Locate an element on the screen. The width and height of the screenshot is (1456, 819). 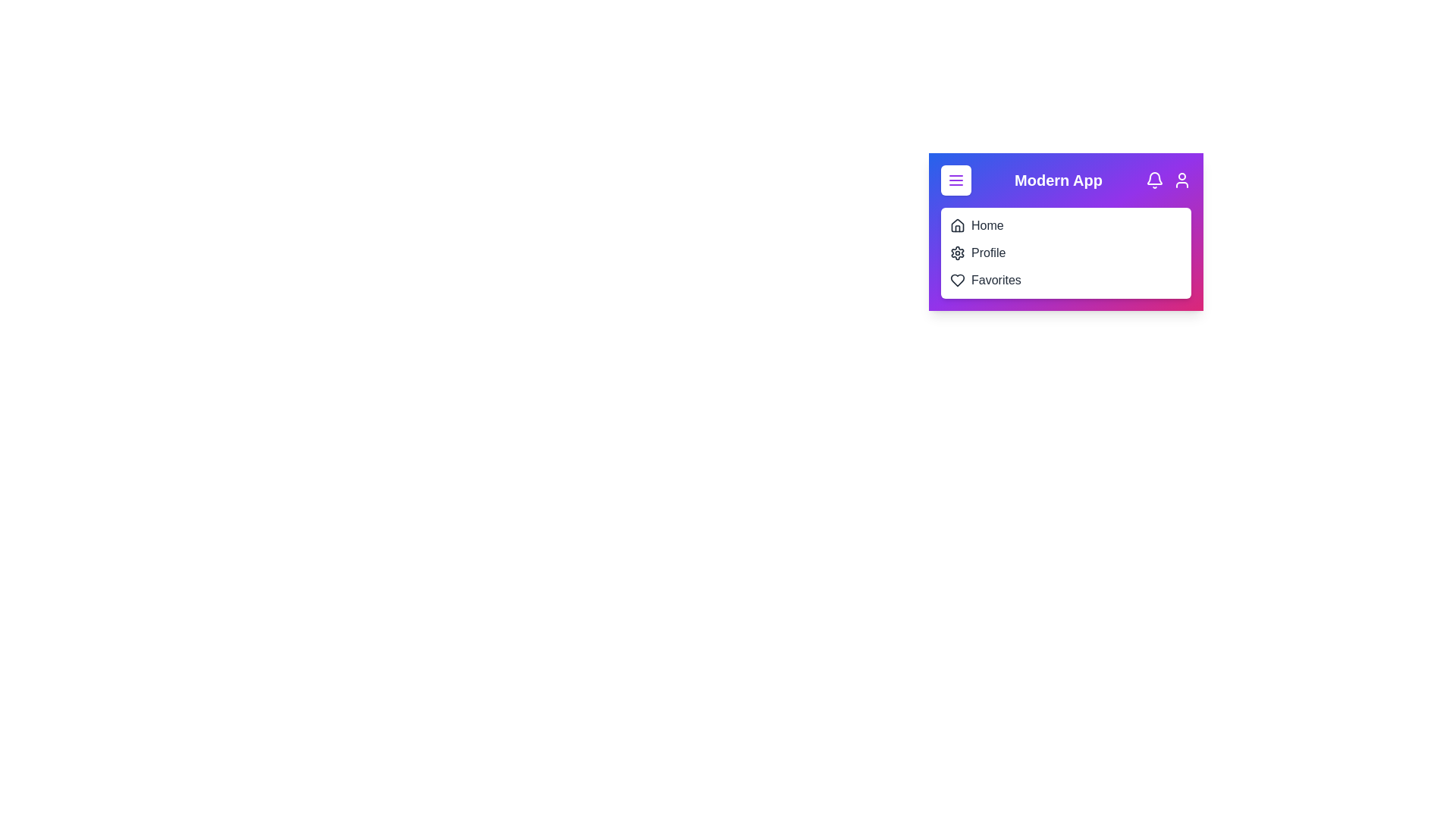
the notification button in the top-right corner of the app bar is located at coordinates (1153, 180).